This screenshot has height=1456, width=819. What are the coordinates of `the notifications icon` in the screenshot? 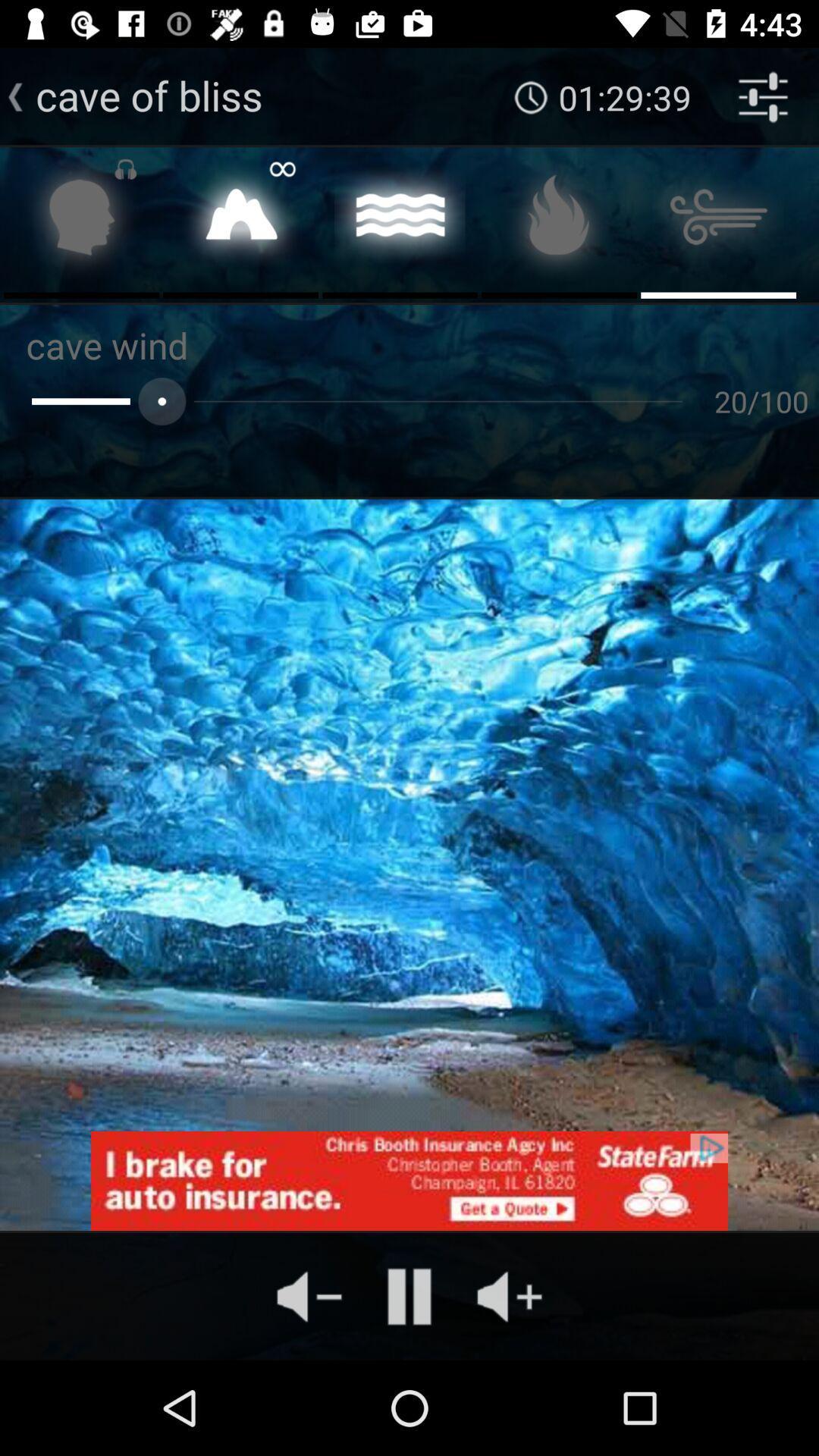 It's located at (240, 221).